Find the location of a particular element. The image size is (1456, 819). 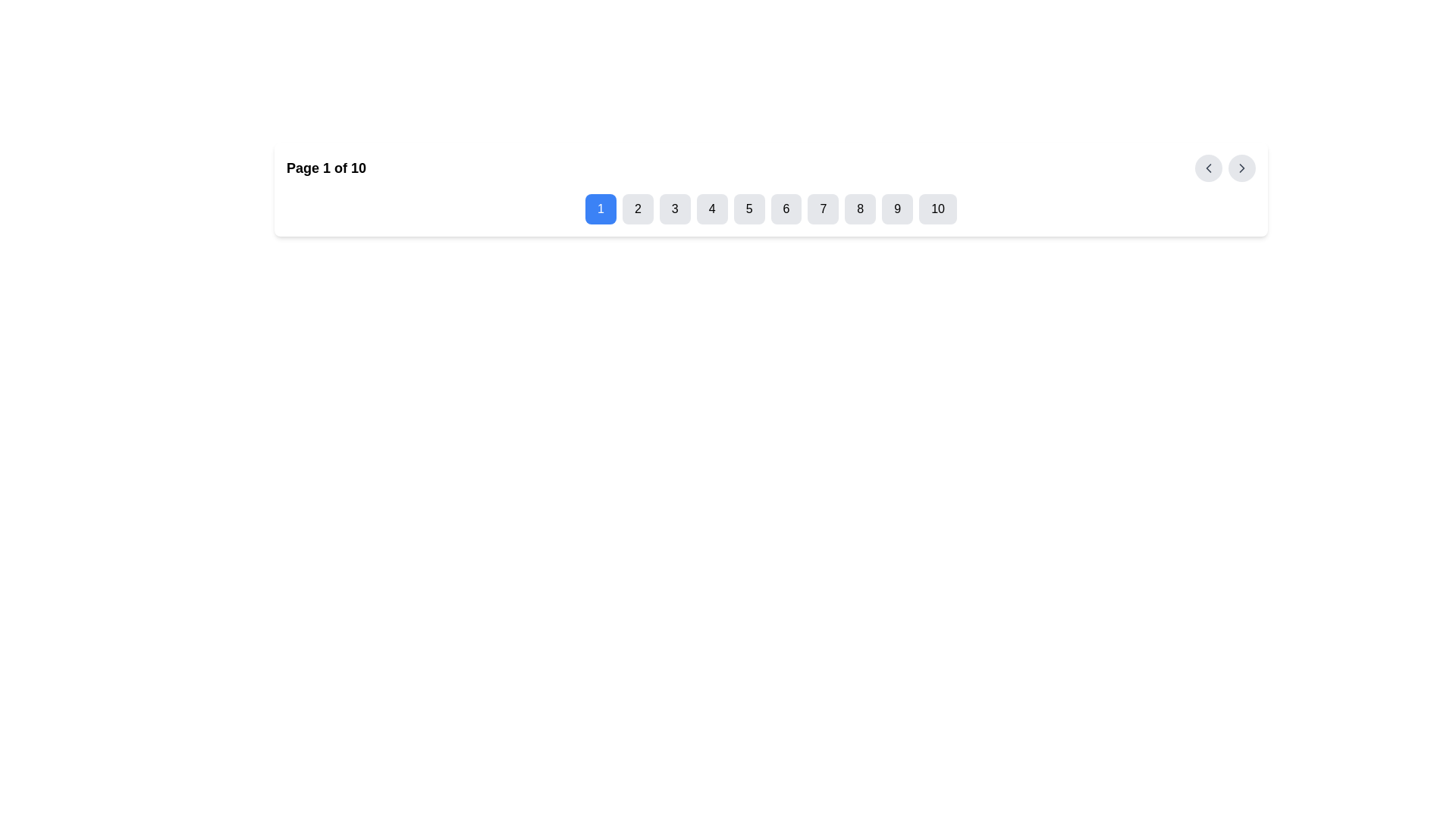

the right-pointing chevron arrow icon located in the top right corner of the navigation interface is located at coordinates (1241, 168).